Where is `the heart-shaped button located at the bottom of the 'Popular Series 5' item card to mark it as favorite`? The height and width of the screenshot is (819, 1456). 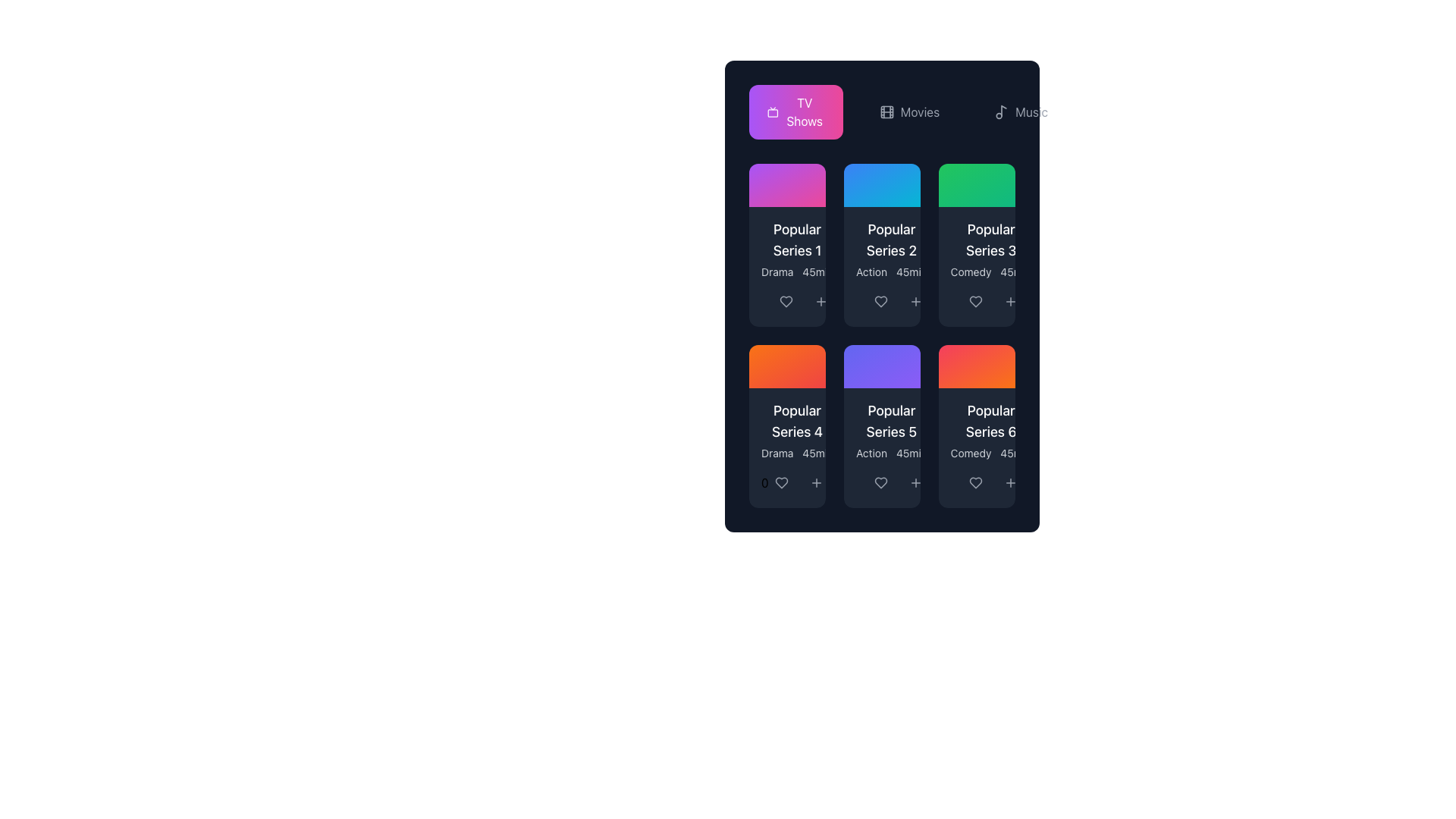
the heart-shaped button located at the bottom of the 'Popular Series 5' item card to mark it as favorite is located at coordinates (882, 482).